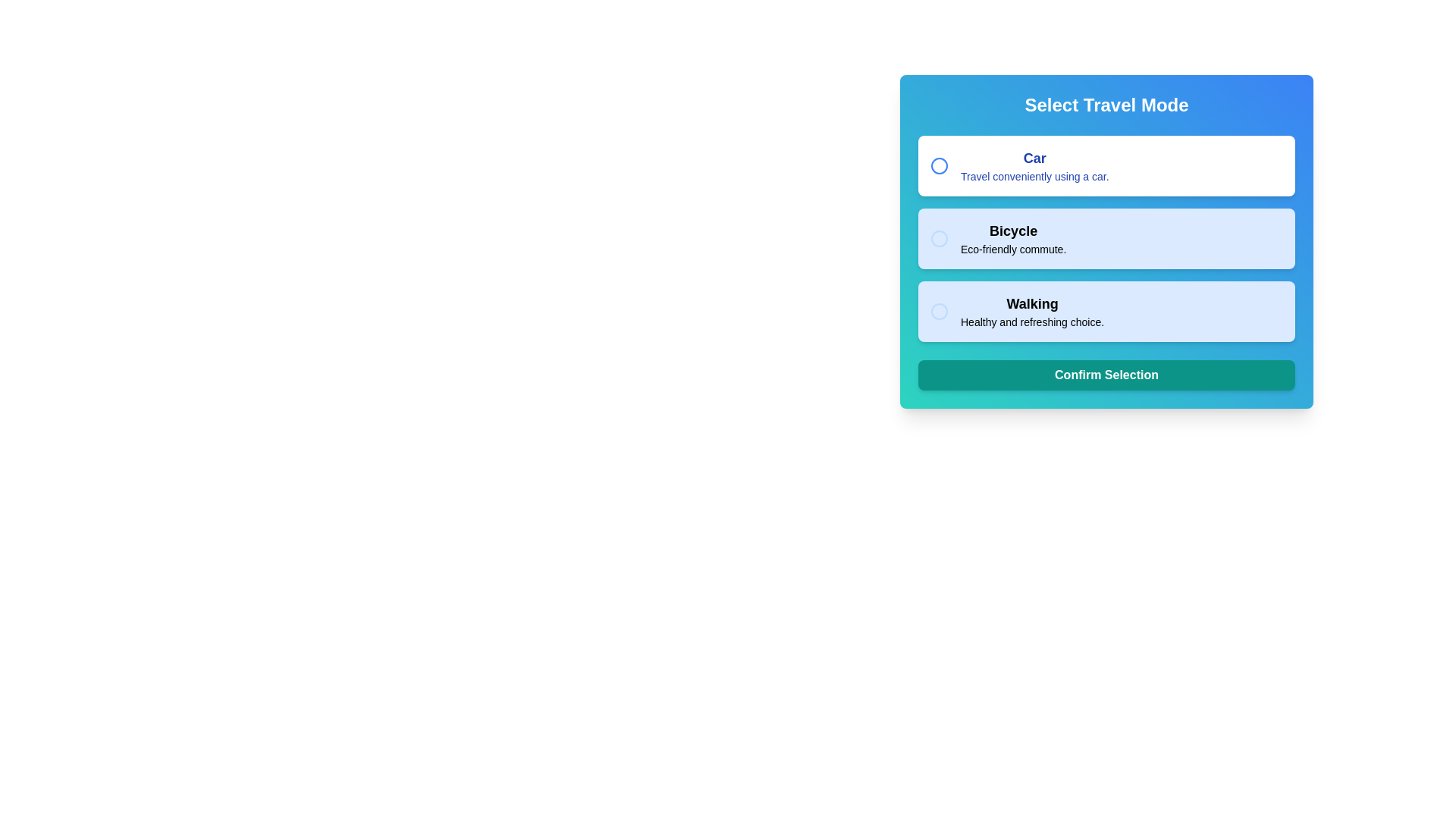 The width and height of the screenshot is (1456, 819). Describe the element at coordinates (1106, 241) in the screenshot. I see `the light blue rectangular button labeled 'Bicycle' within the selection dialog titled 'Select Travel Mode' to activate further actions` at that location.